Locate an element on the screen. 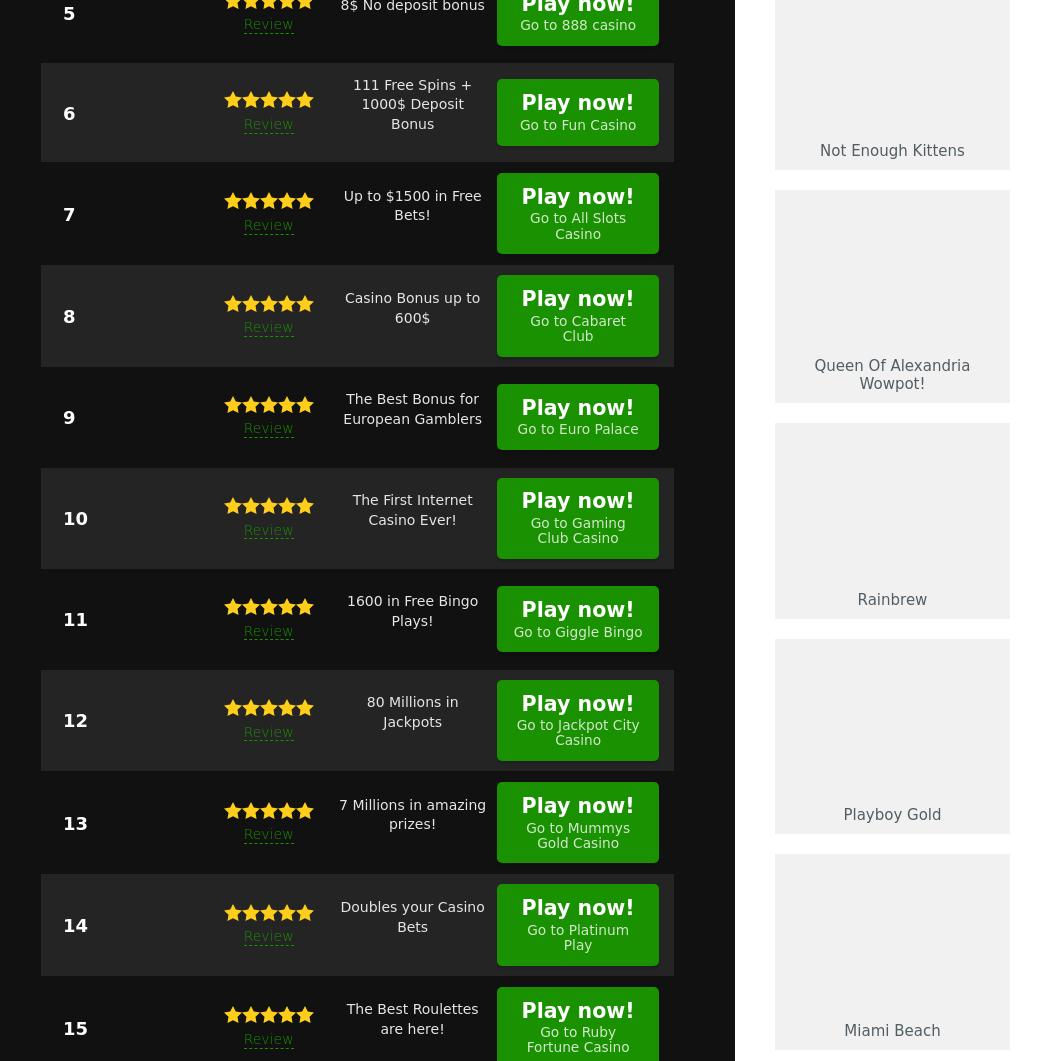 This screenshot has height=1061, width=1050. 'Go to All Slots Casino' is located at coordinates (530, 224).